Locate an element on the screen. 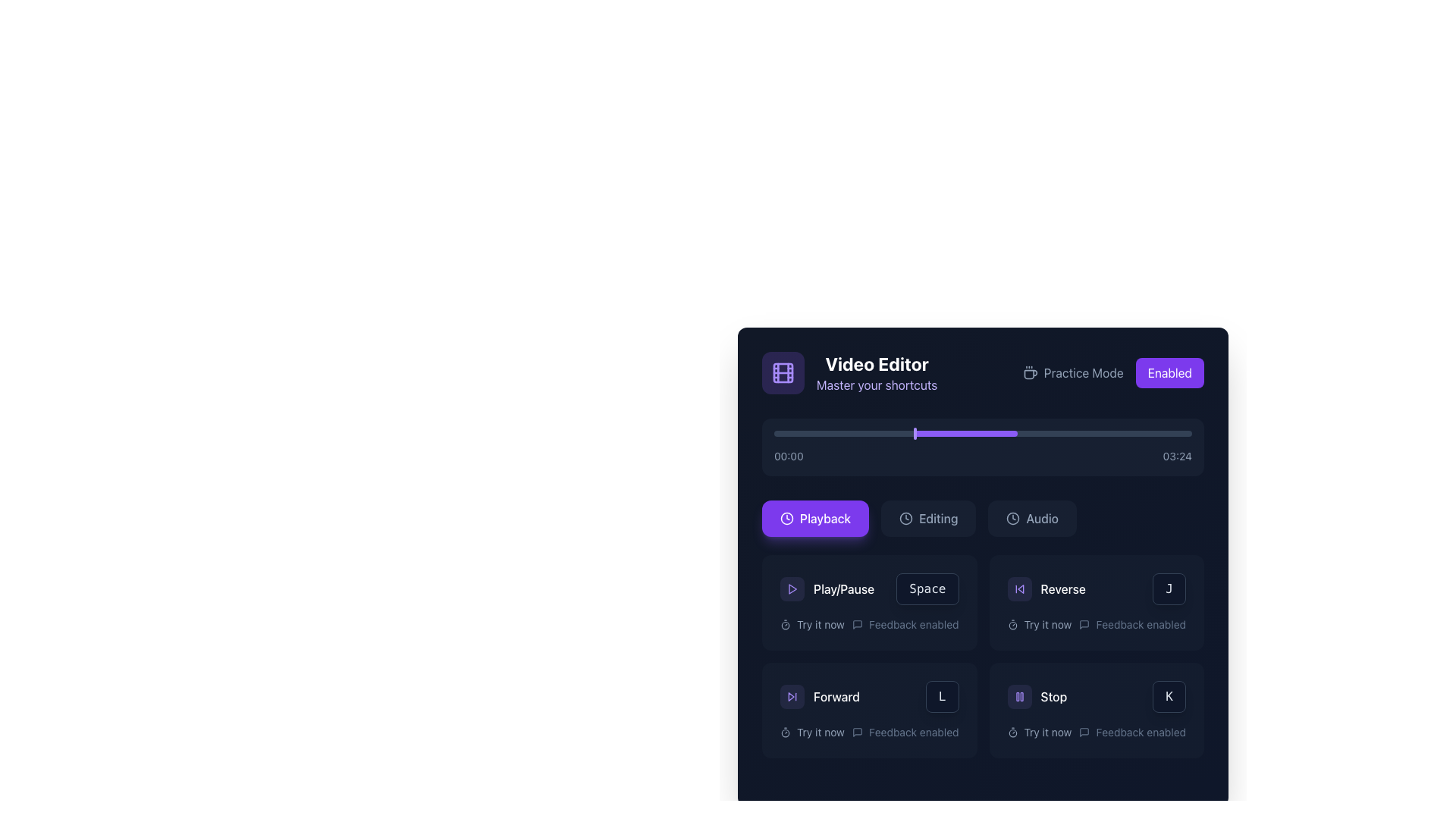 This screenshot has height=819, width=1456. the 'Try it now' label, which is styled in a light font on a dark background, located in the bottom-right quadrant of the interface, under the 'Stop' button is located at coordinates (1046, 731).